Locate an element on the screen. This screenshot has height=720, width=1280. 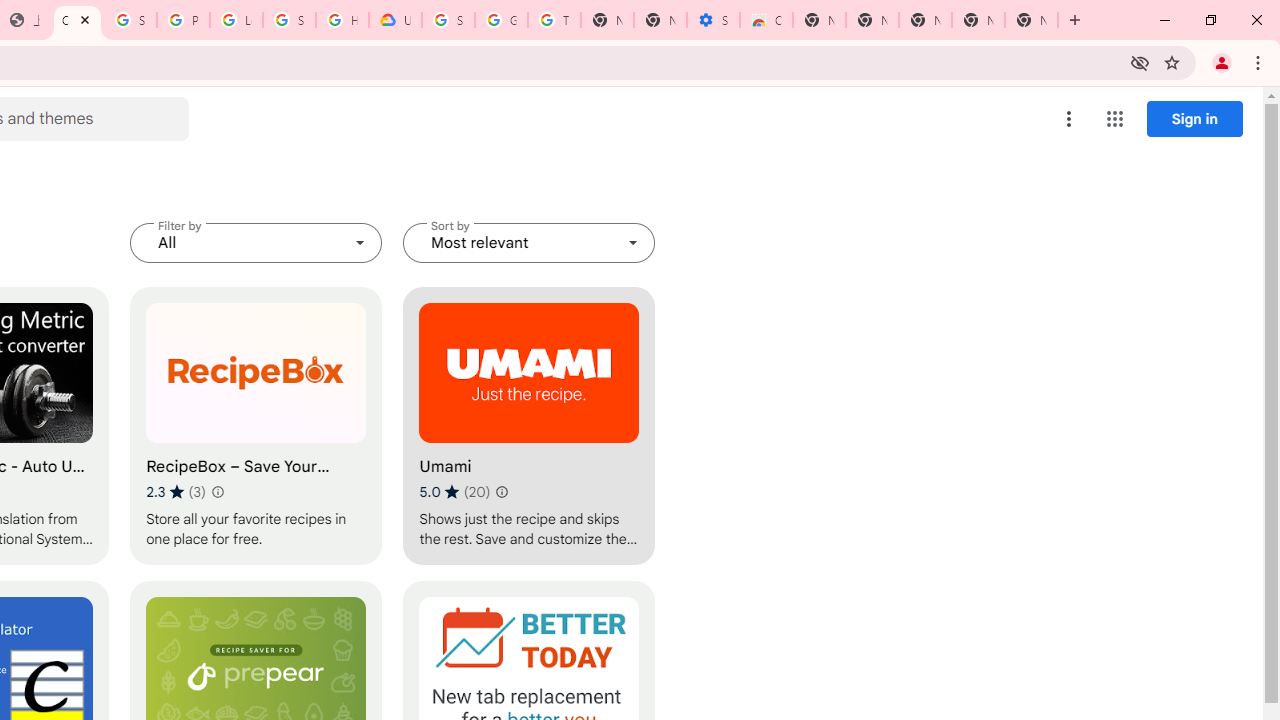
'Turn cookies on or off - Computer - Google Account Help' is located at coordinates (554, 20).